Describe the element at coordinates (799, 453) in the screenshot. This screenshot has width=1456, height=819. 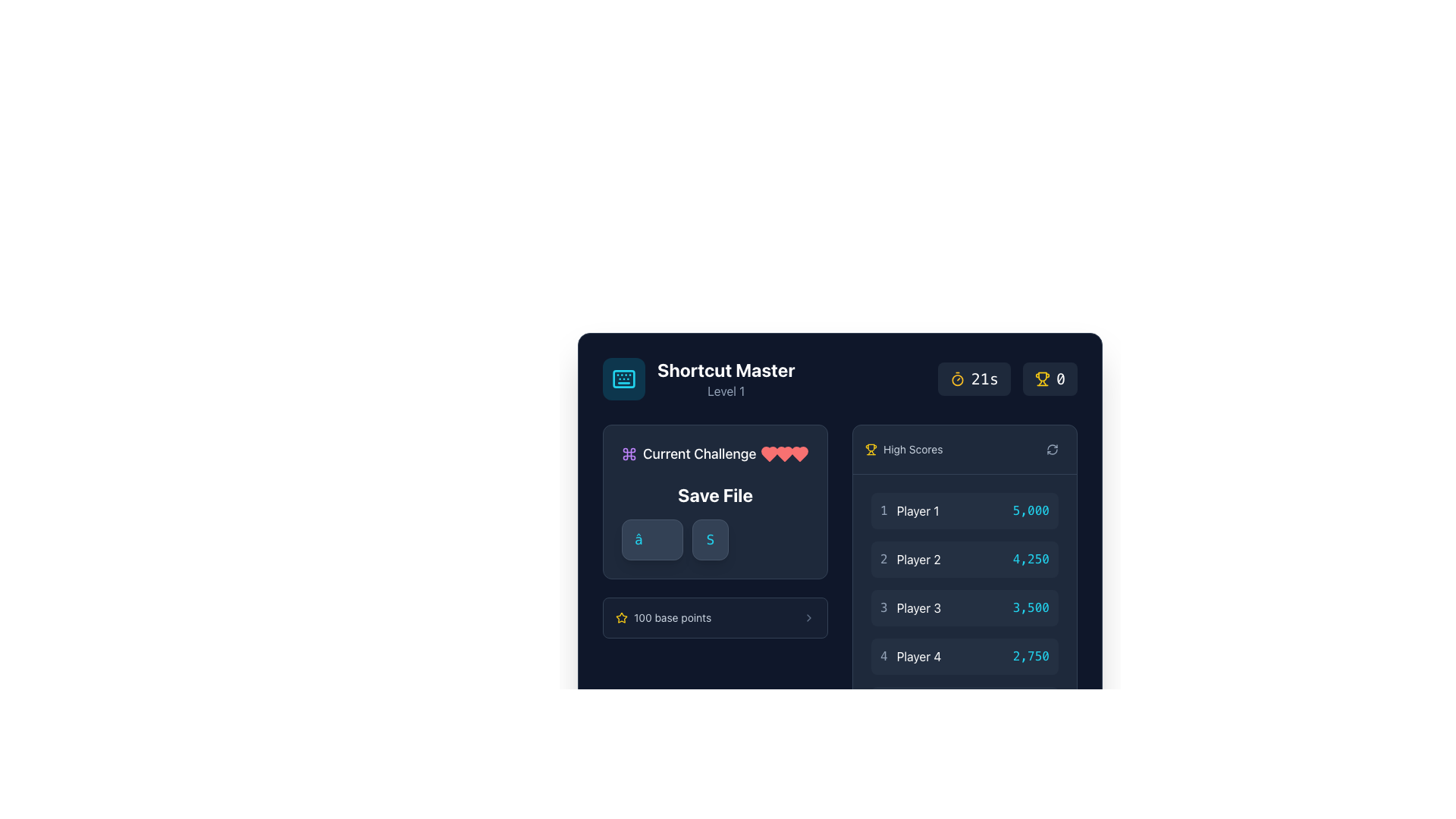
I see `the middle heart-shaped icon, which is filled red, located in the 'Current Challenge' section of the application interface` at that location.